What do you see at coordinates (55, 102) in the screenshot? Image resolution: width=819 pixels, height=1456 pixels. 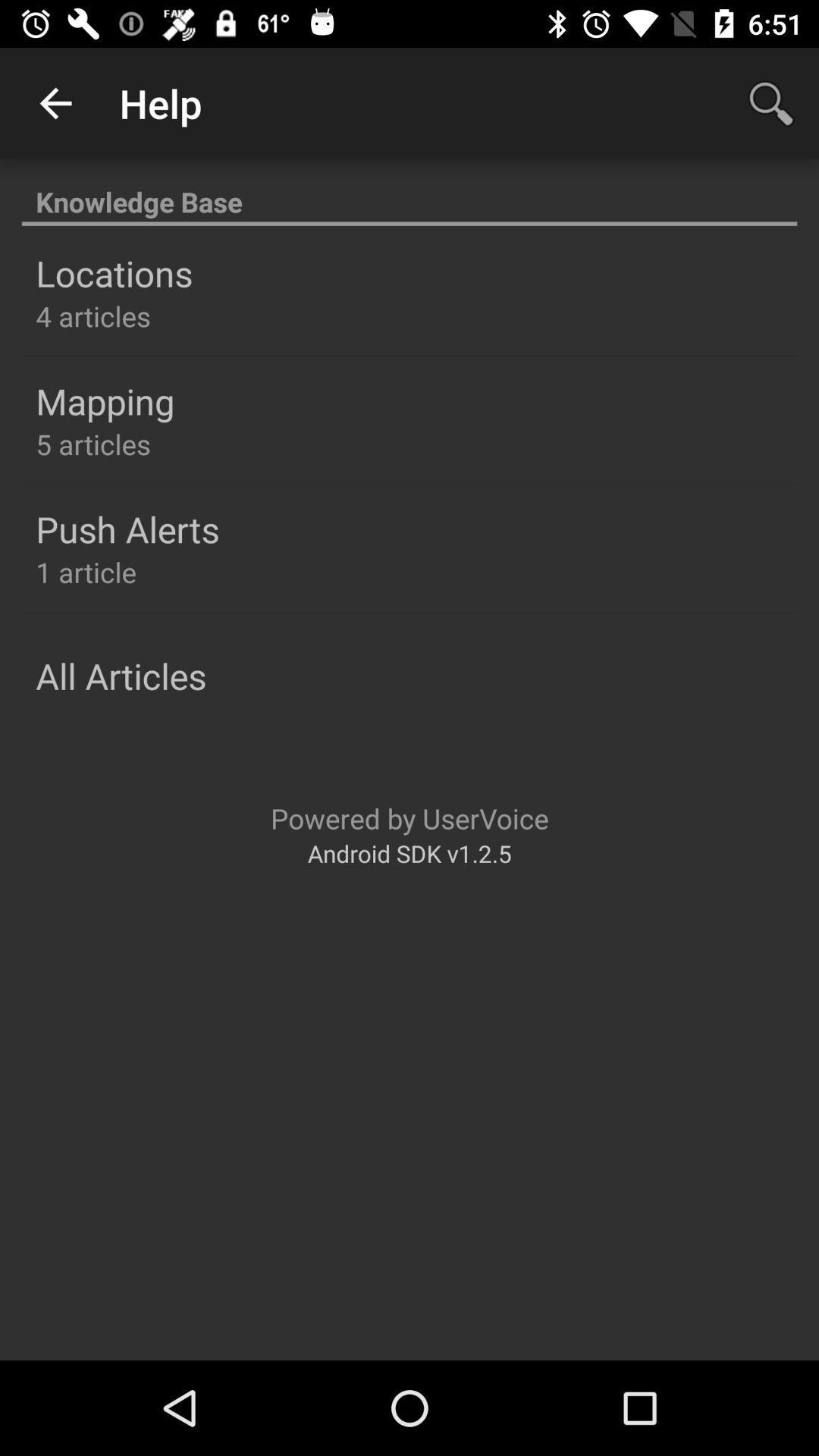 I see `the app to the left of help app` at bounding box center [55, 102].